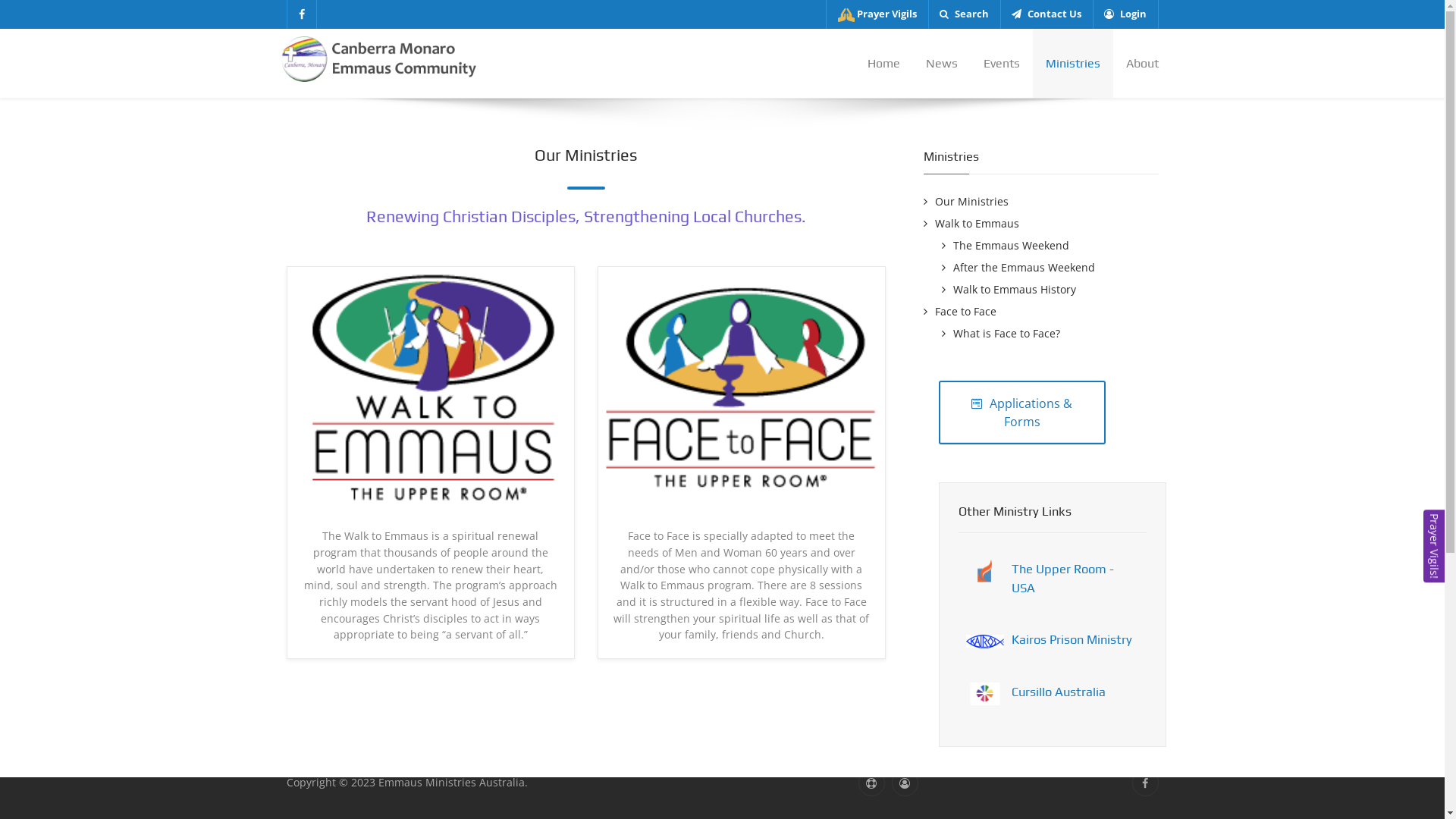 The height and width of the screenshot is (819, 1456). Describe the element at coordinates (941, 62) in the screenshot. I see `'News'` at that location.